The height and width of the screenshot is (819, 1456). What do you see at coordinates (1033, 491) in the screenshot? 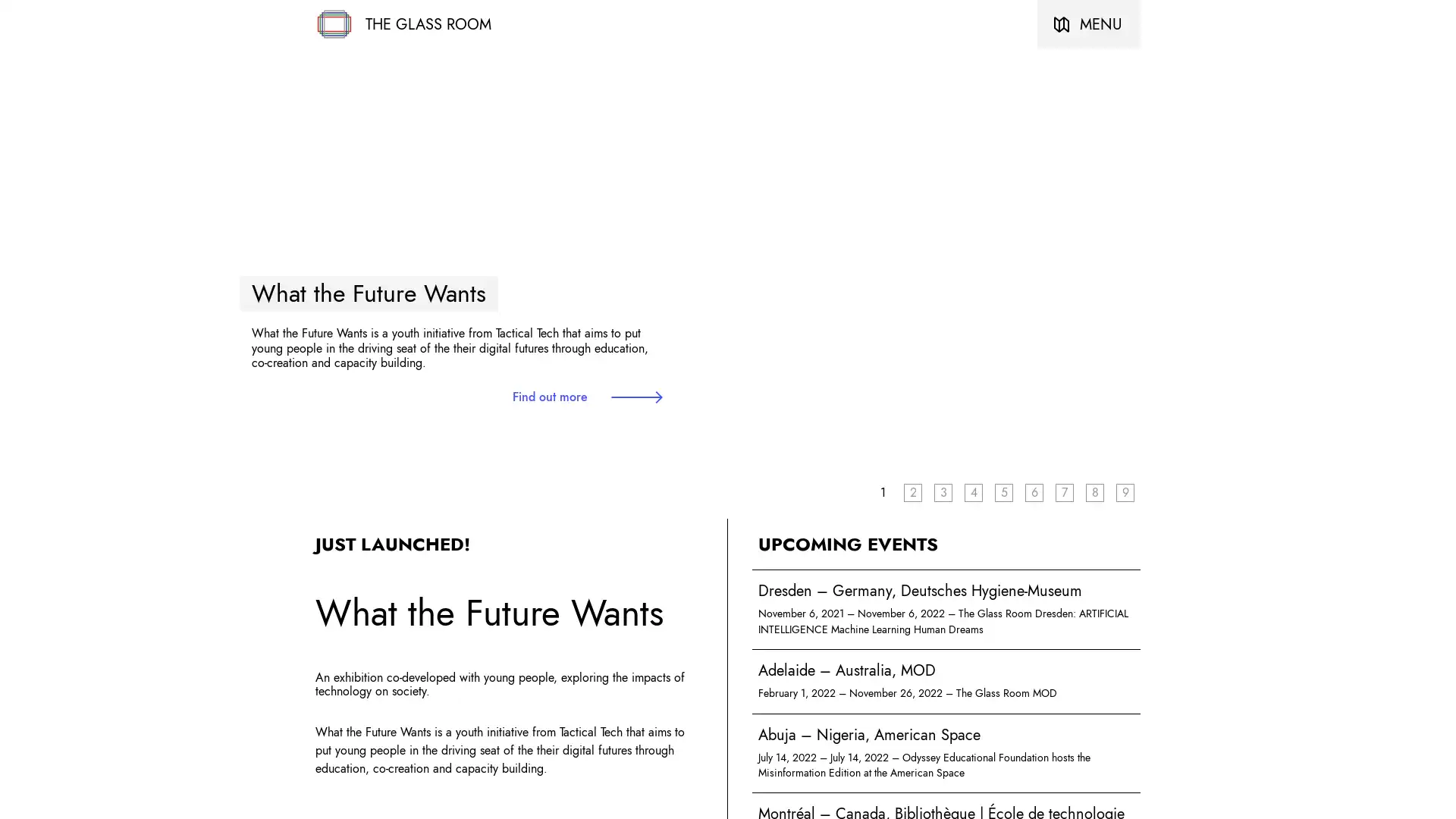
I see `slide item 6` at bounding box center [1033, 491].